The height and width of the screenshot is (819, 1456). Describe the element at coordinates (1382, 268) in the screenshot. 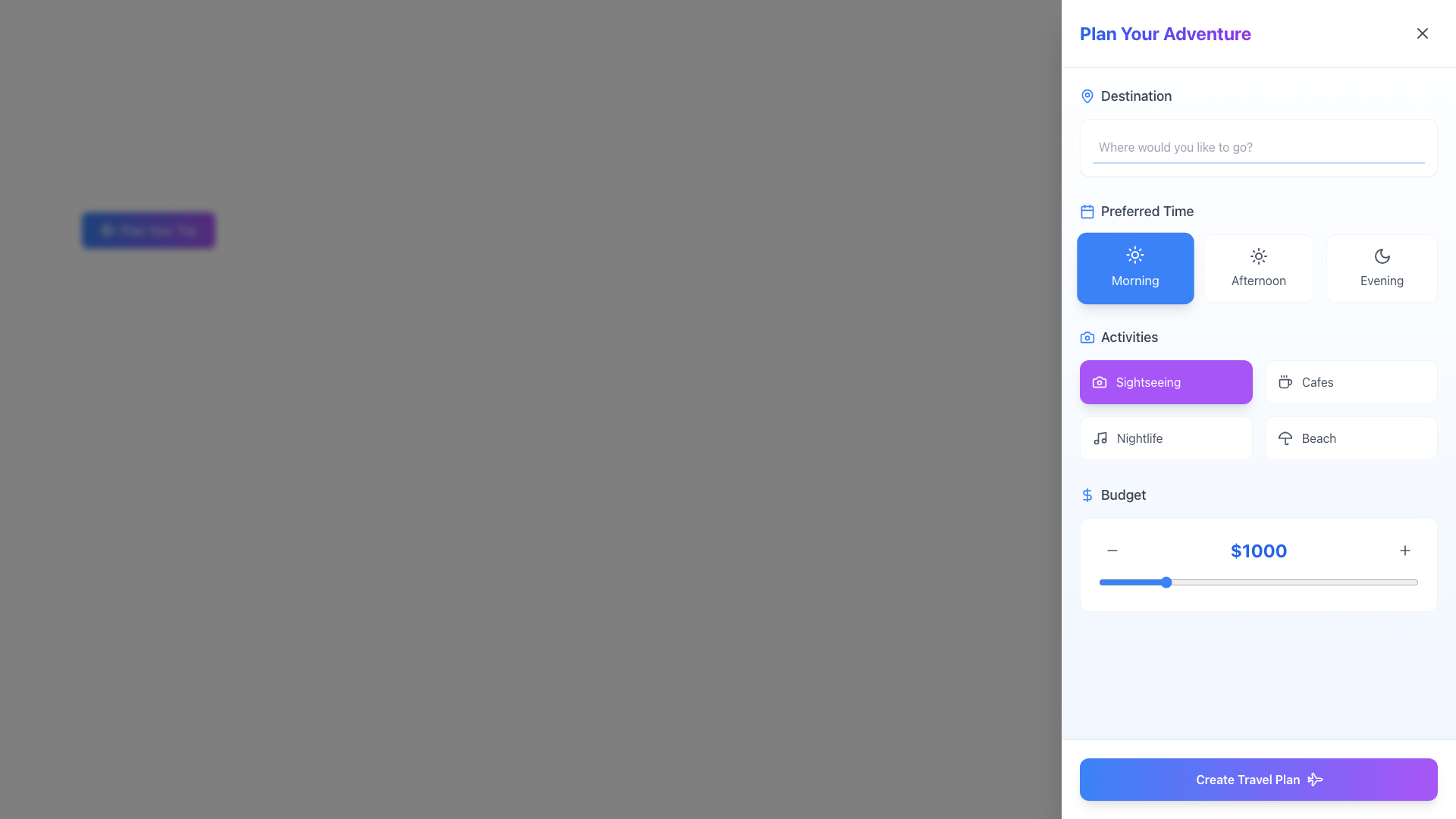

I see `the 'Evening' button, which is a rectangular button with rounded corners, featuring a moon icon and gray text, located under the 'Preferred Time' section` at that location.